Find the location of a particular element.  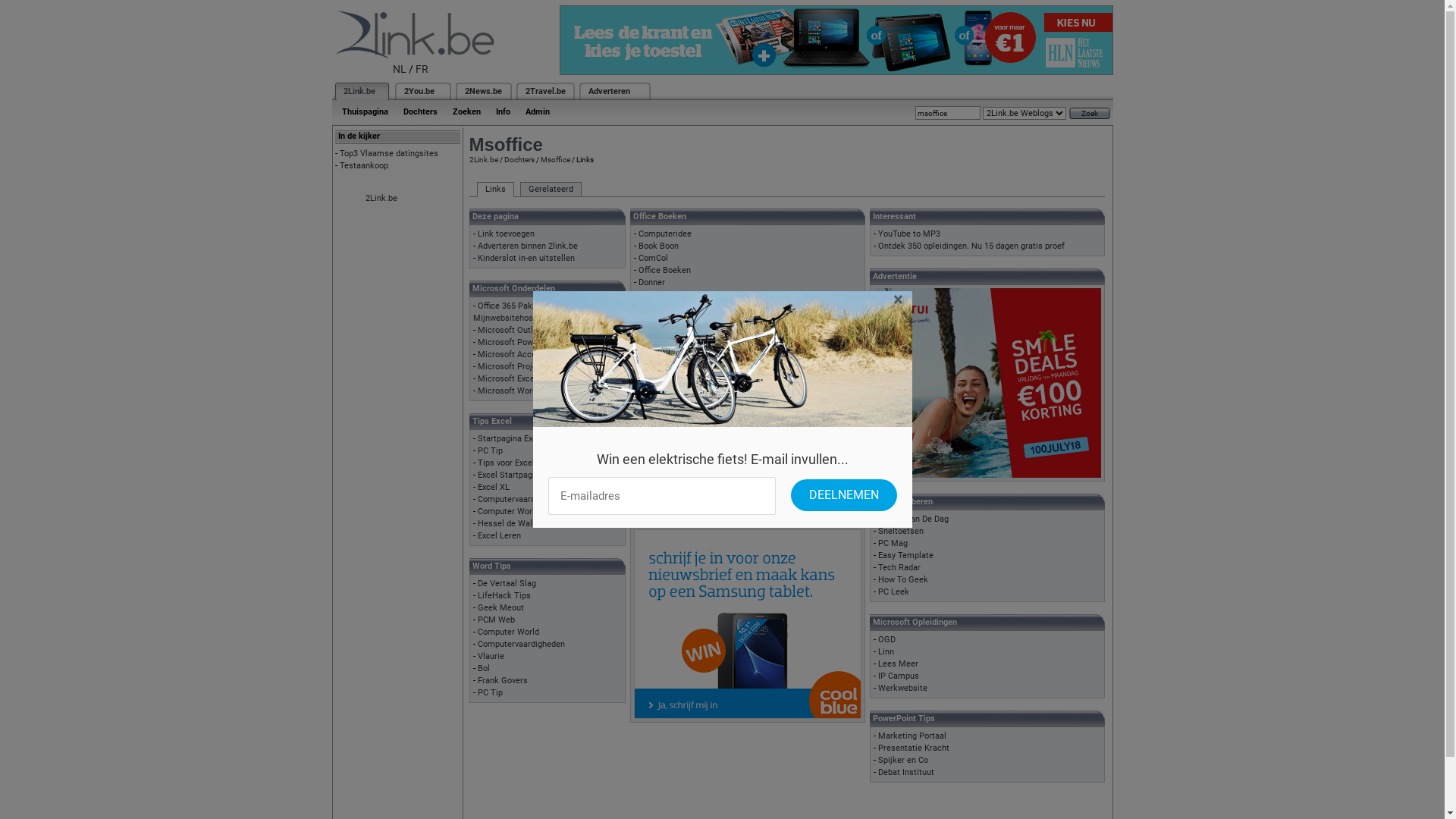

'Startpagina Excel' is located at coordinates (510, 438).